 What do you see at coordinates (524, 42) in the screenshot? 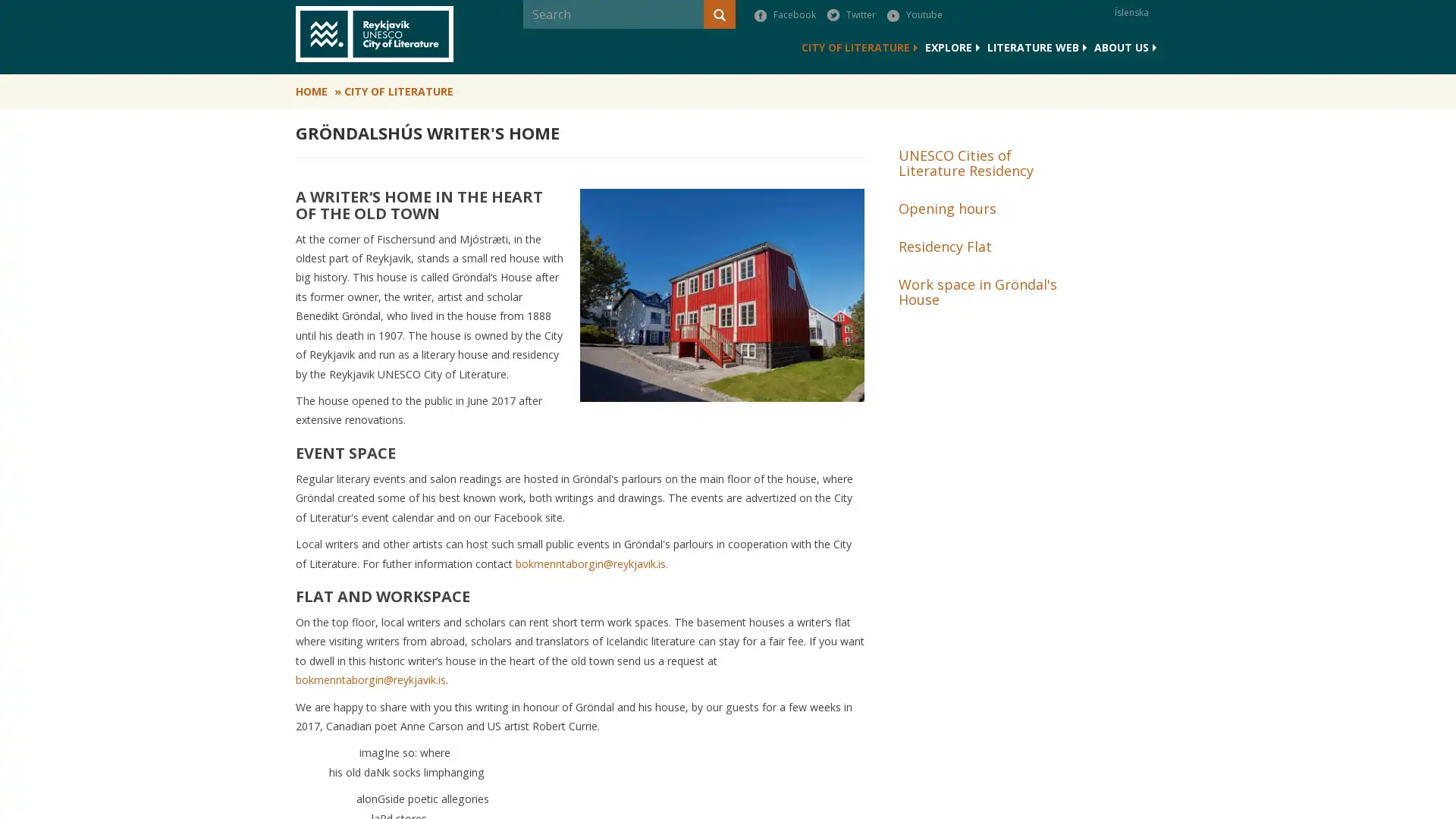
I see `Search` at bounding box center [524, 42].